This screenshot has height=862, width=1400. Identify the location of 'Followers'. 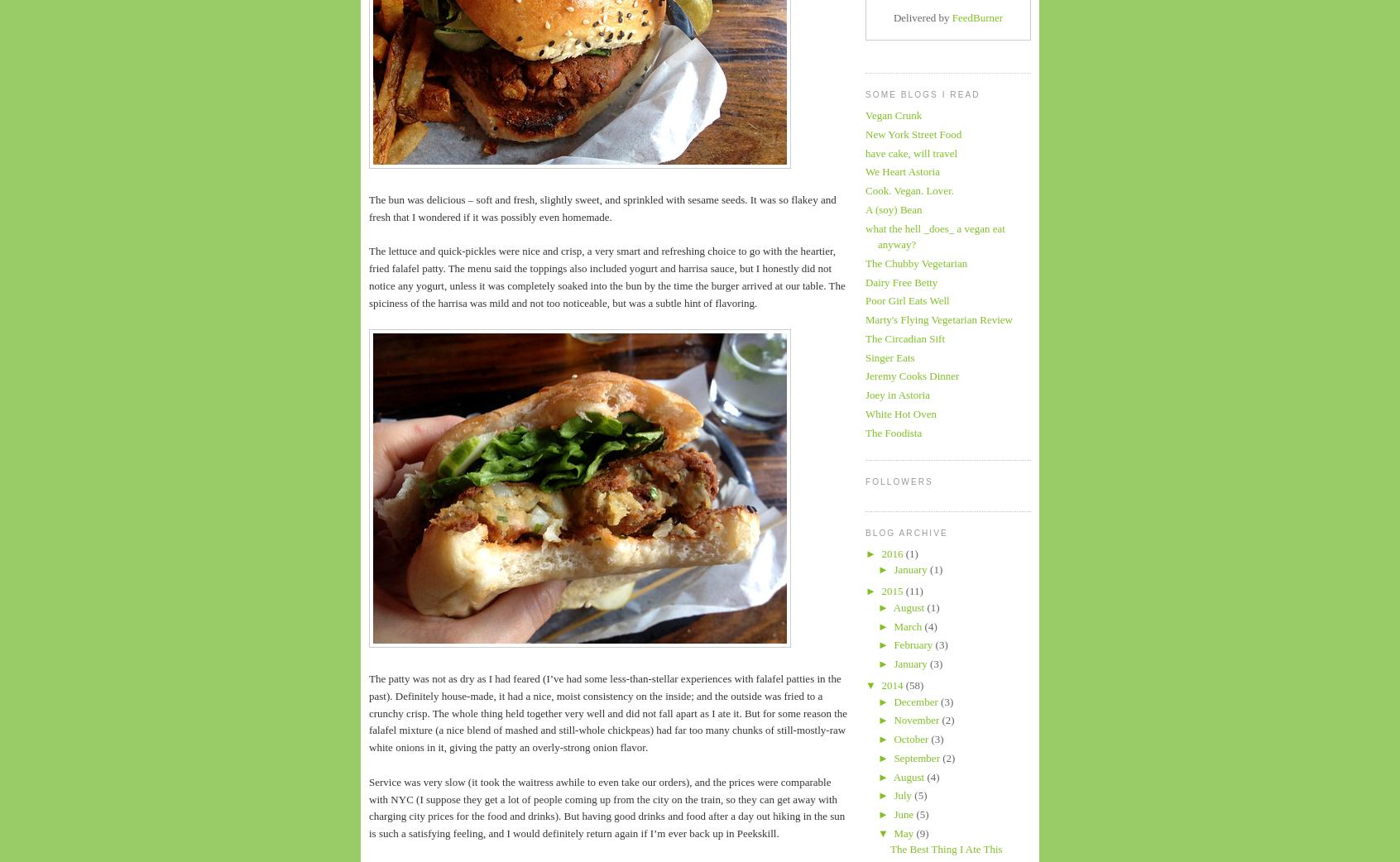
(899, 481).